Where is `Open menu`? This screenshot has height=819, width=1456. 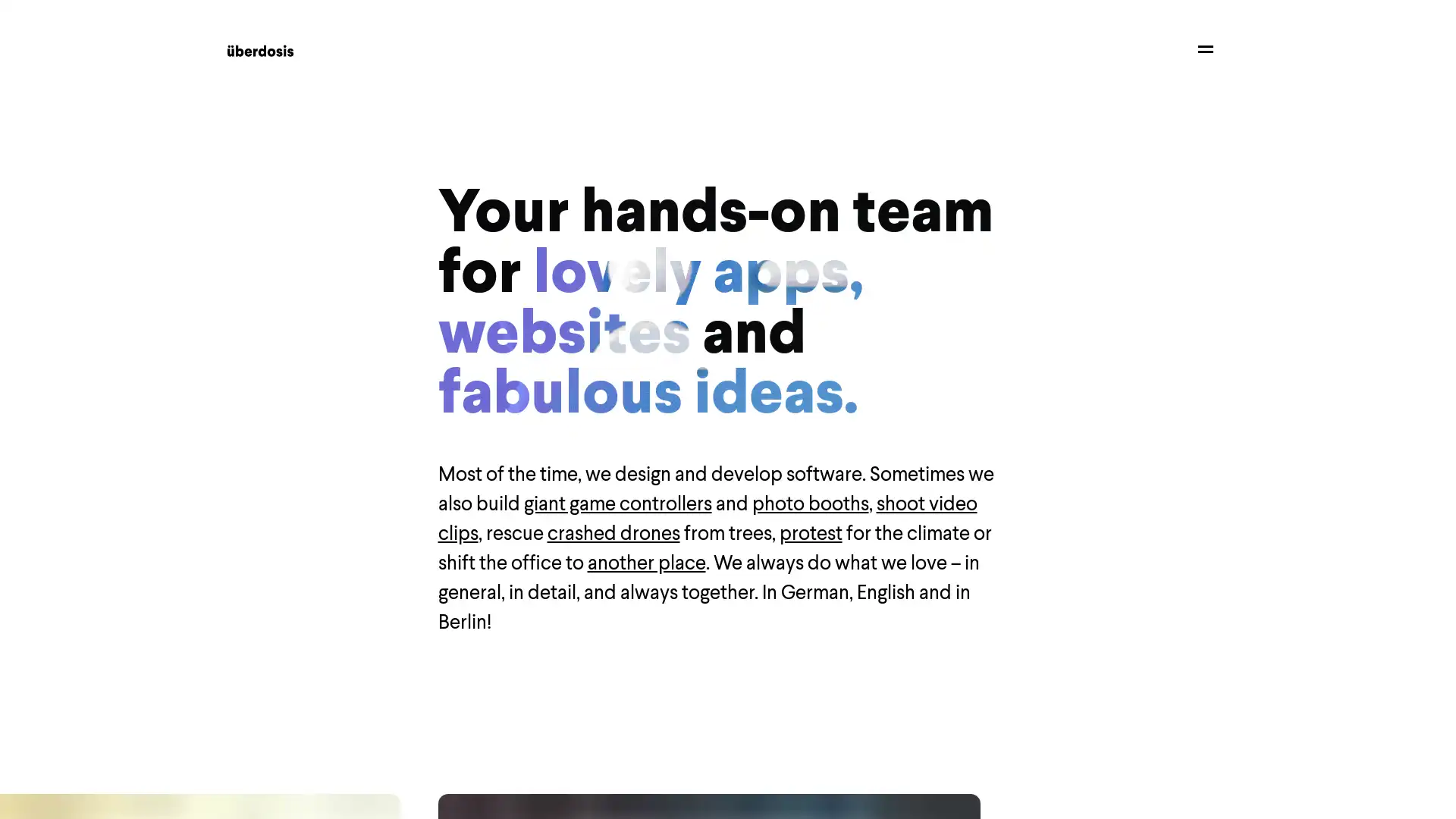 Open menu is located at coordinates (1204, 48).